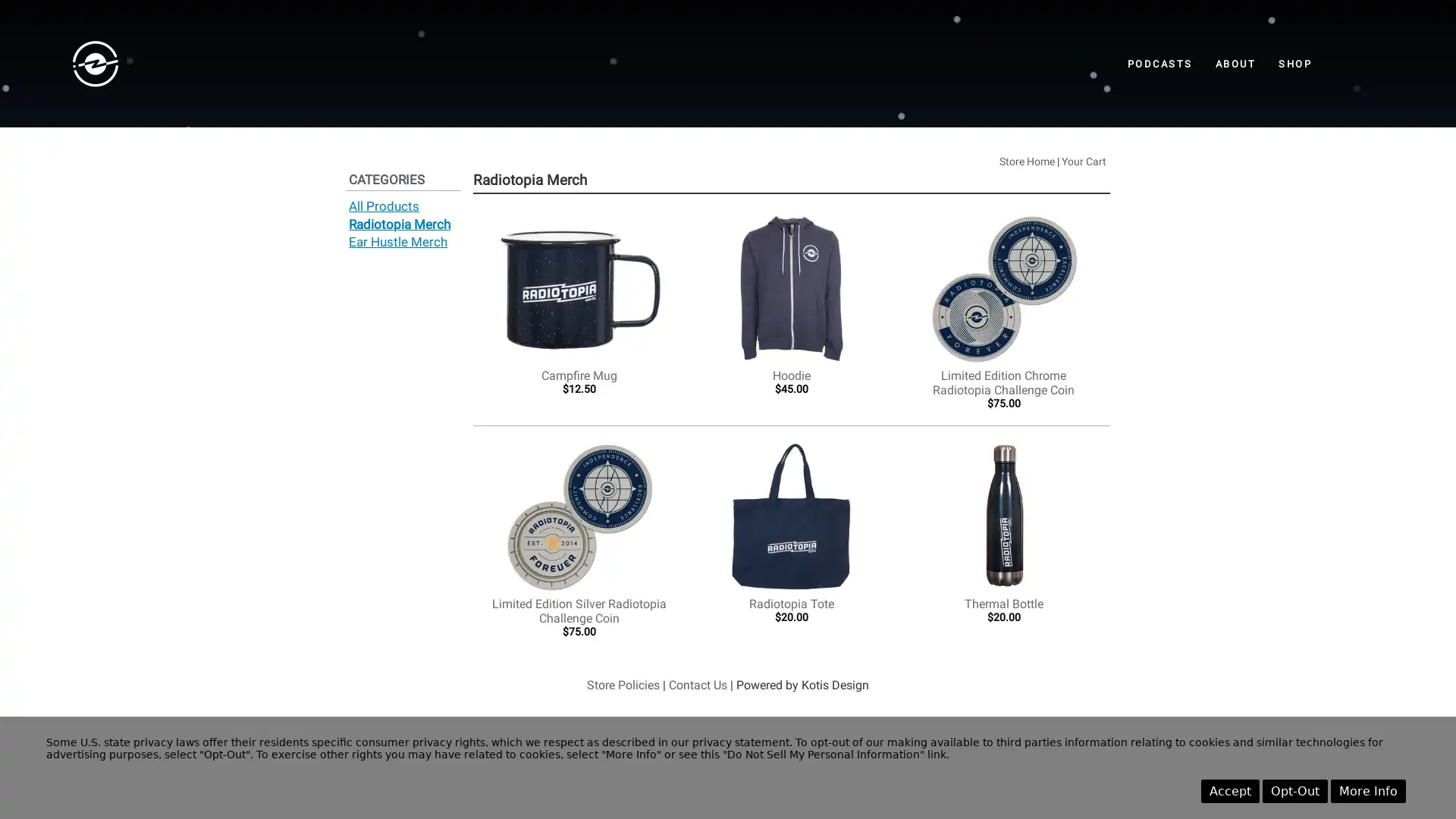 The width and height of the screenshot is (1456, 819). I want to click on Opt-Out, so click(1294, 790).